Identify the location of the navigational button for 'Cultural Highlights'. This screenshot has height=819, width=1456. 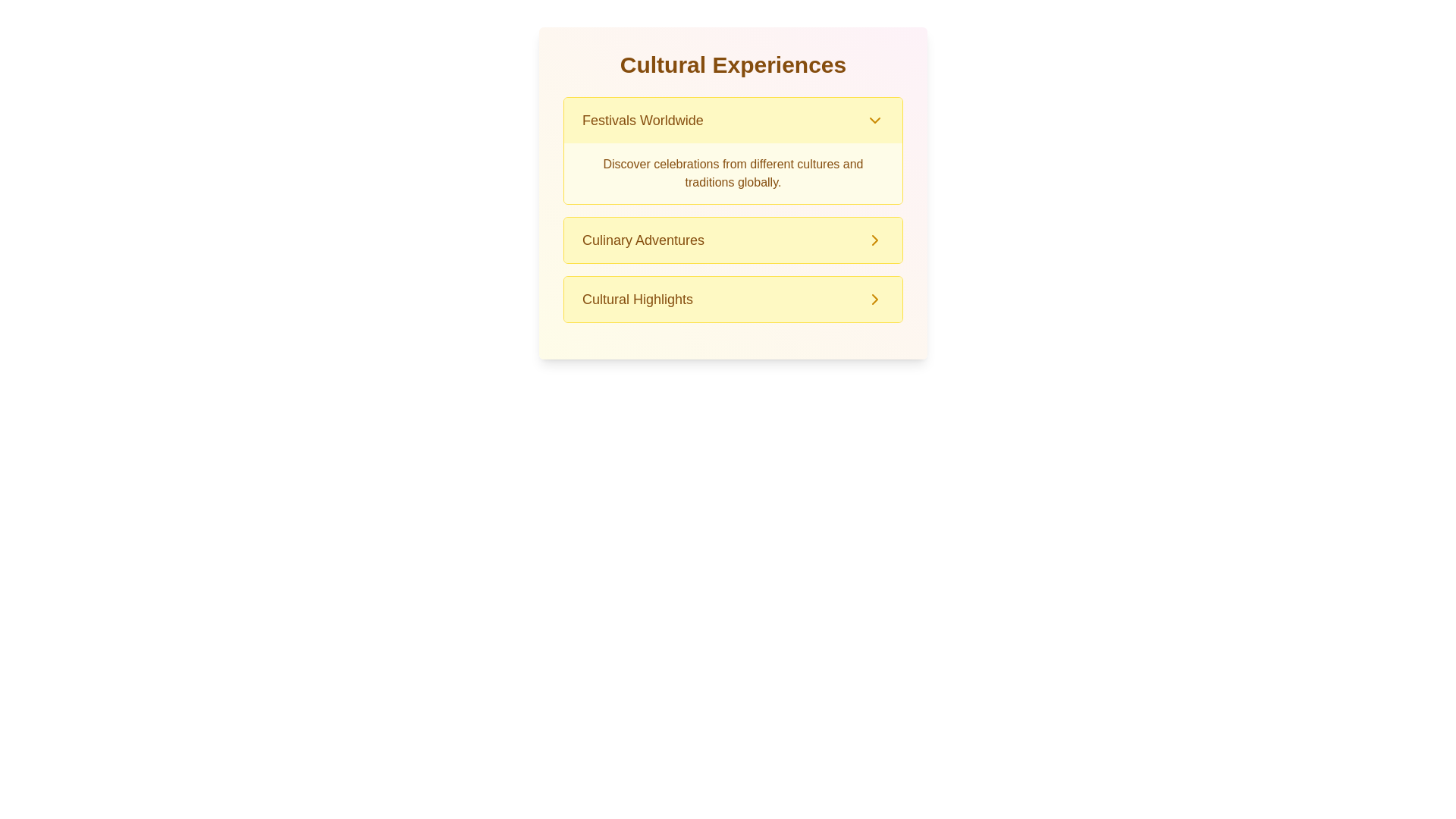
(733, 299).